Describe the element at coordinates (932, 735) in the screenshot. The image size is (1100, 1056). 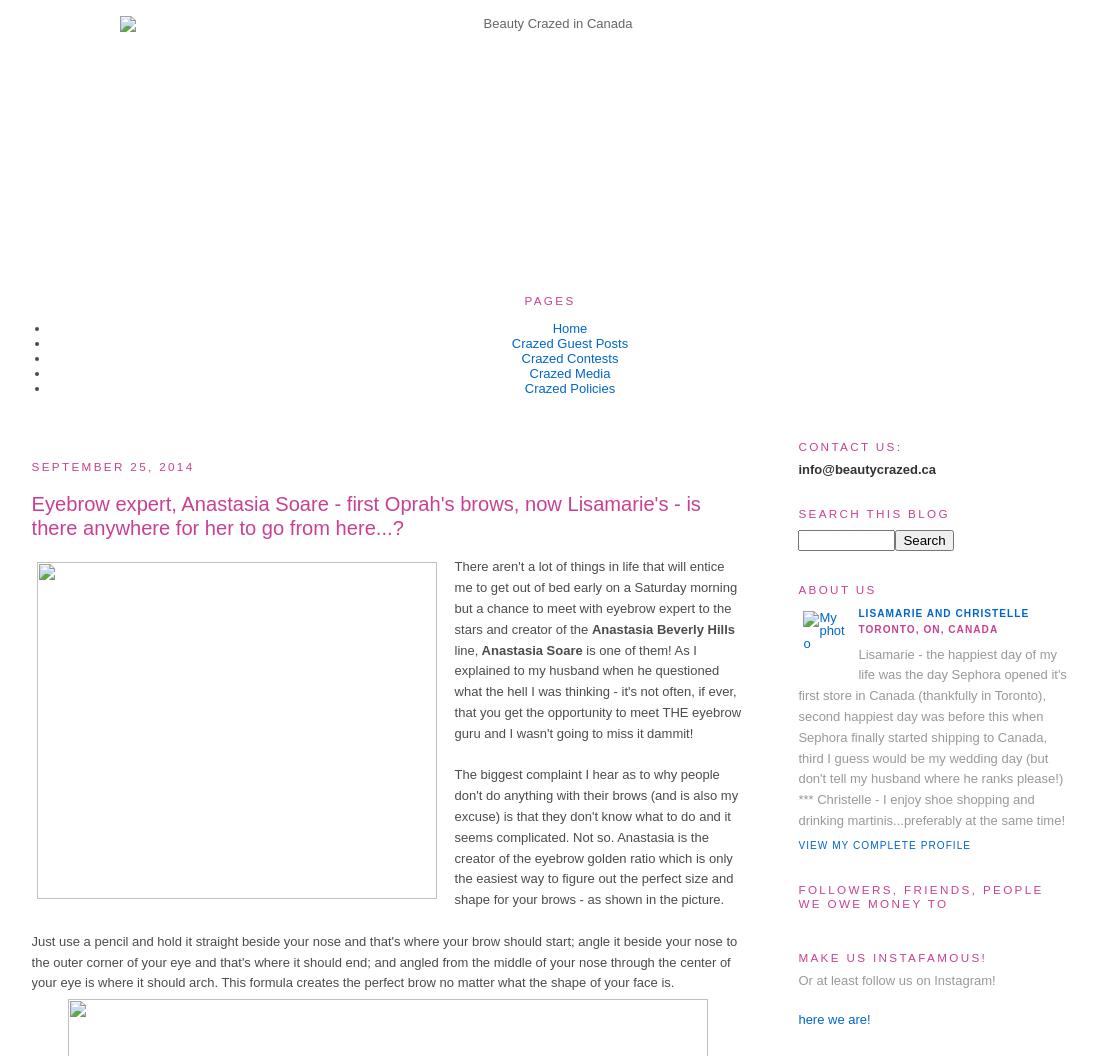
I see `'Lisamarie - the happiest day of my life was the day Sephora opened it's first store in Canada (thankfully in Toronto), second happiest day was before this when Sephora finally started shipping to Canada, third I guess would be my wedding day (but don't tell my husband where he ranks please!)


*** Christelle - I enjoy shoe shopping and drinking martinis...preferably at the same time!'` at that location.